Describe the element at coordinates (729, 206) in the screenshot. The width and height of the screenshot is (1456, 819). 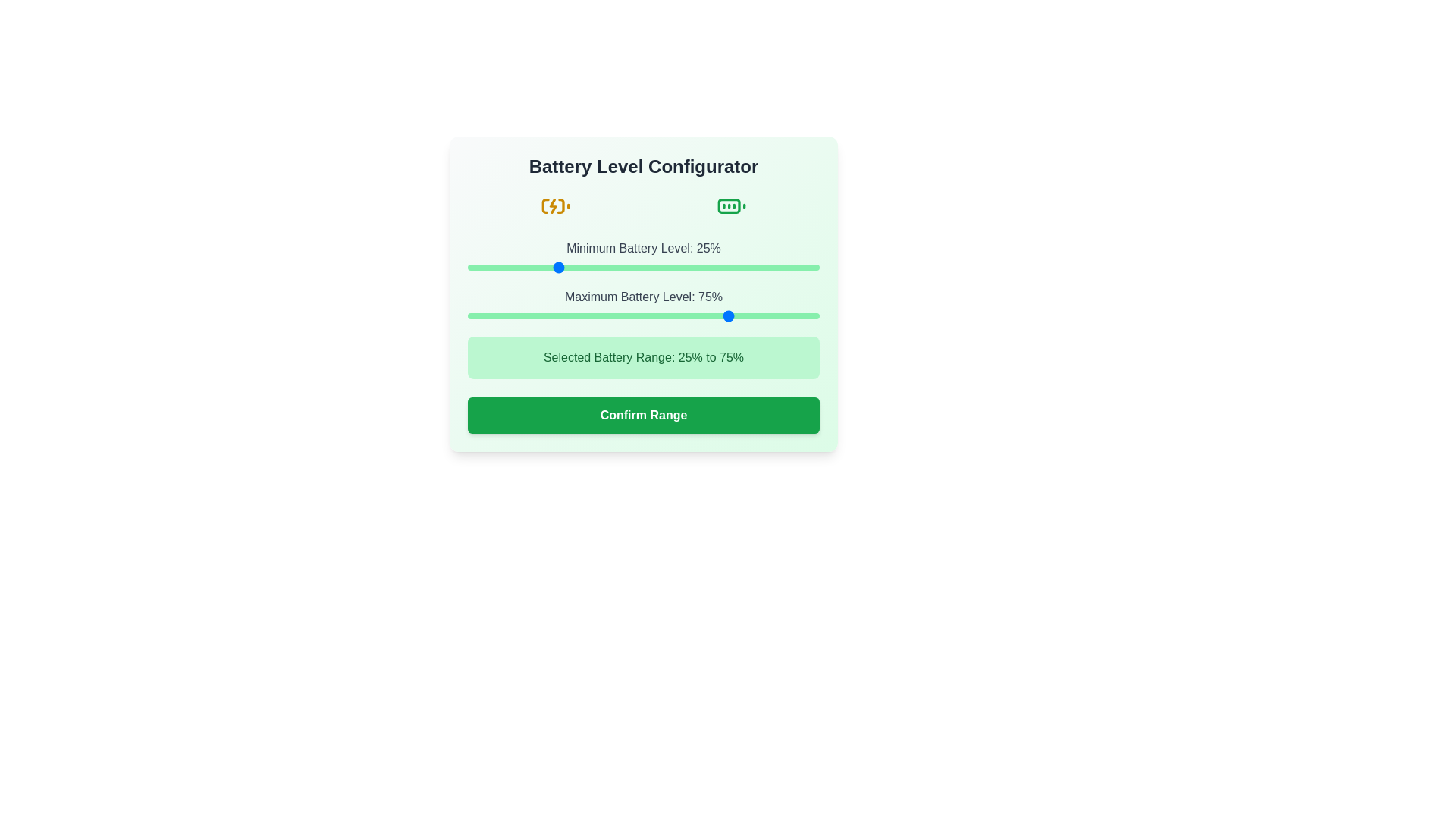
I see `the graphical representation of the fully charged battery, specifically the central rectangle within the battery icon located on the right-hand side near the top of the interface` at that location.